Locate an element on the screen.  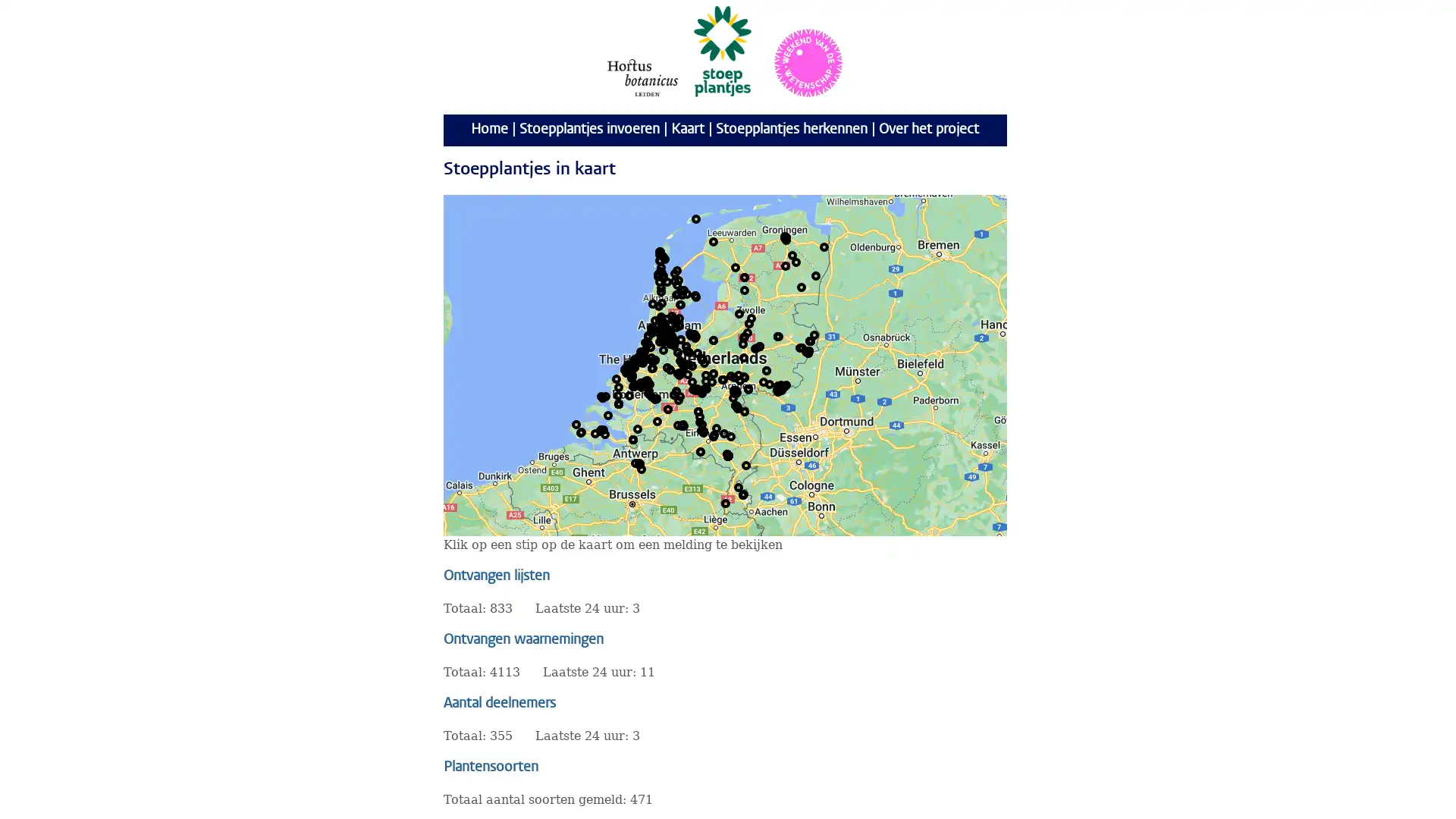
Telling van Cisca op 01 juni 2022 is located at coordinates (626, 366).